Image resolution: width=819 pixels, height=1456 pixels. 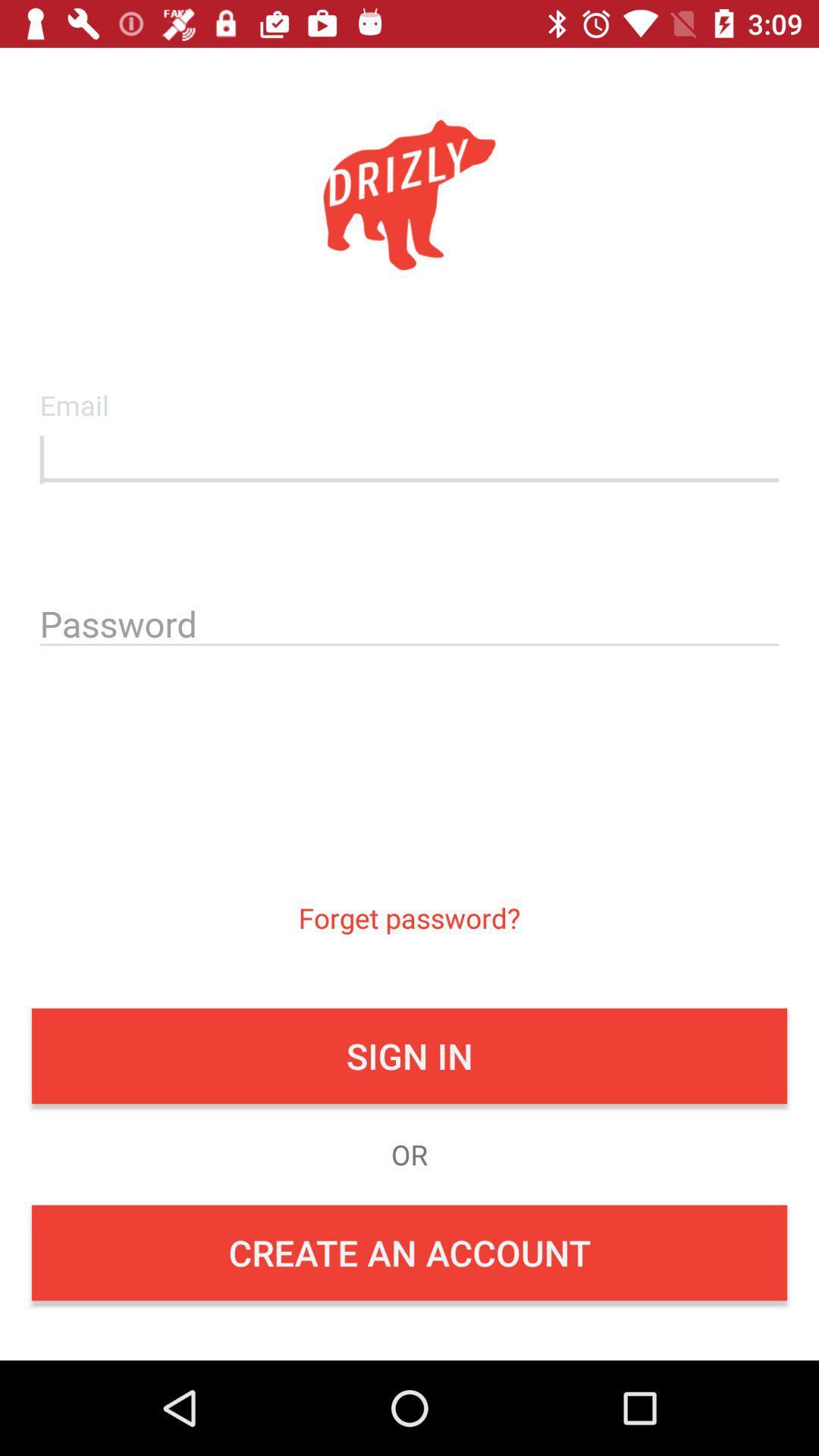 I want to click on field to insert email, so click(x=409, y=455).